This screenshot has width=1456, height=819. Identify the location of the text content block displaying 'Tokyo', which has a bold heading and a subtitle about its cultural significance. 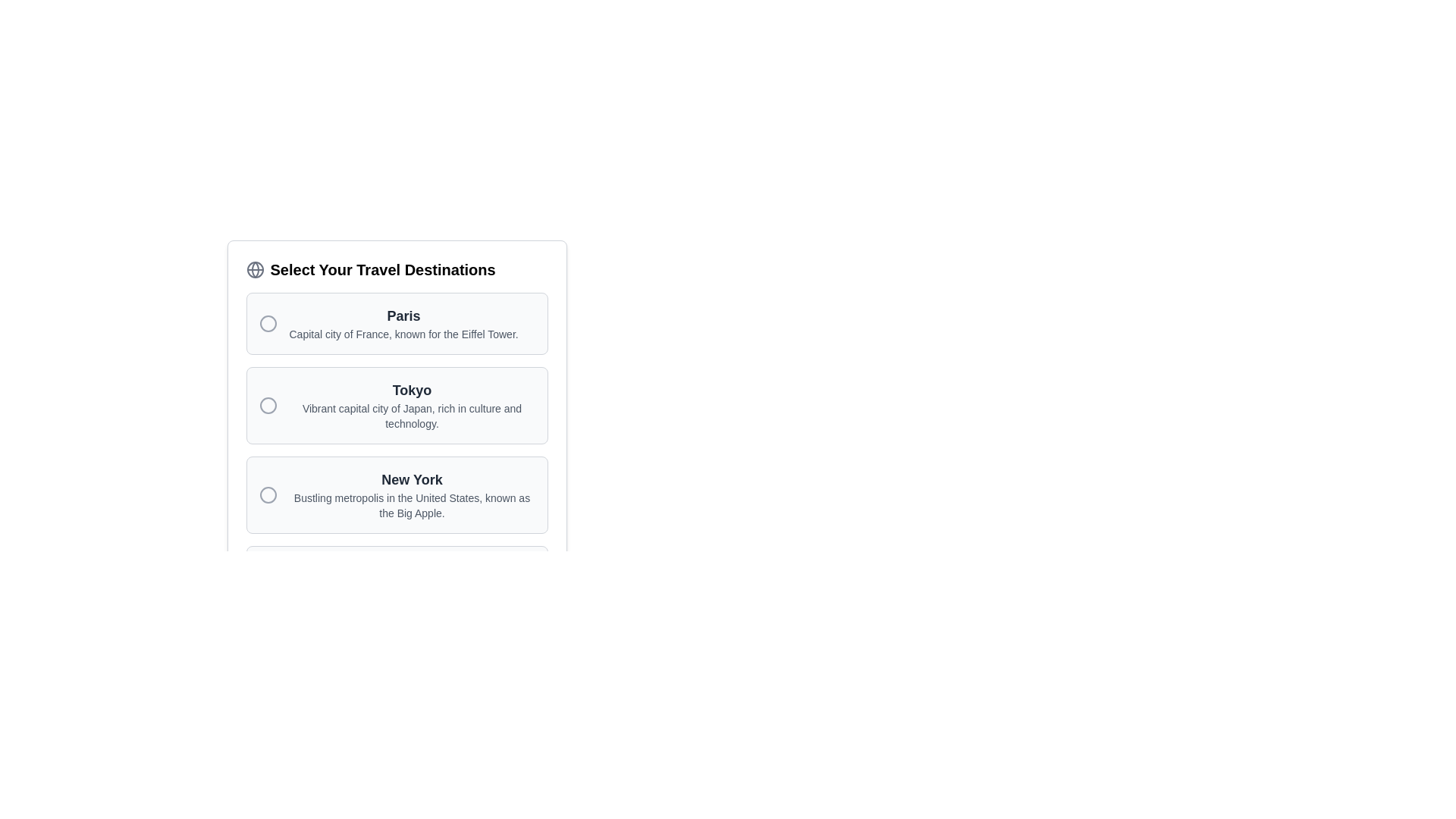
(397, 385).